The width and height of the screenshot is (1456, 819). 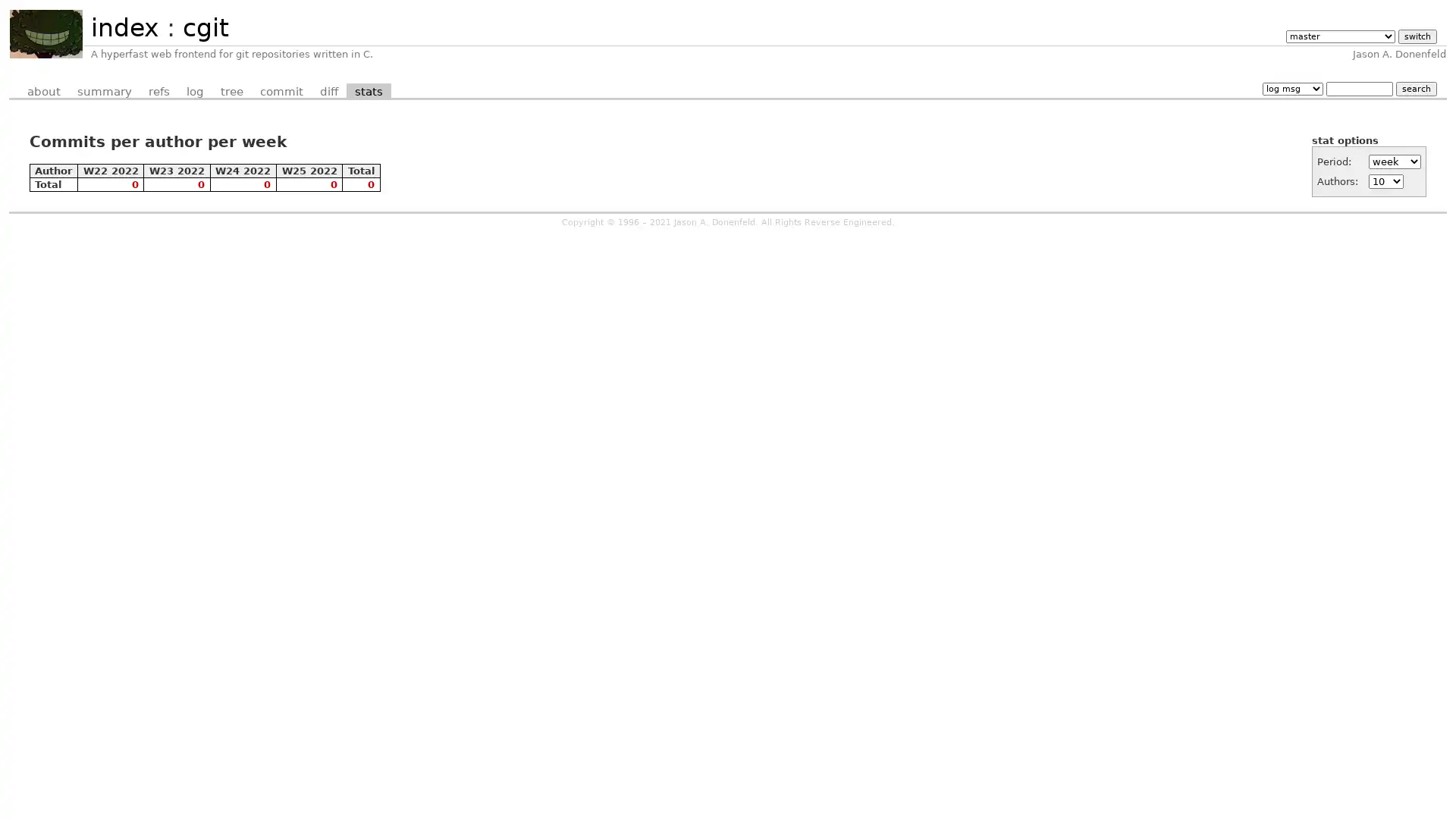 What do you see at coordinates (1416, 36) in the screenshot?
I see `switch` at bounding box center [1416, 36].